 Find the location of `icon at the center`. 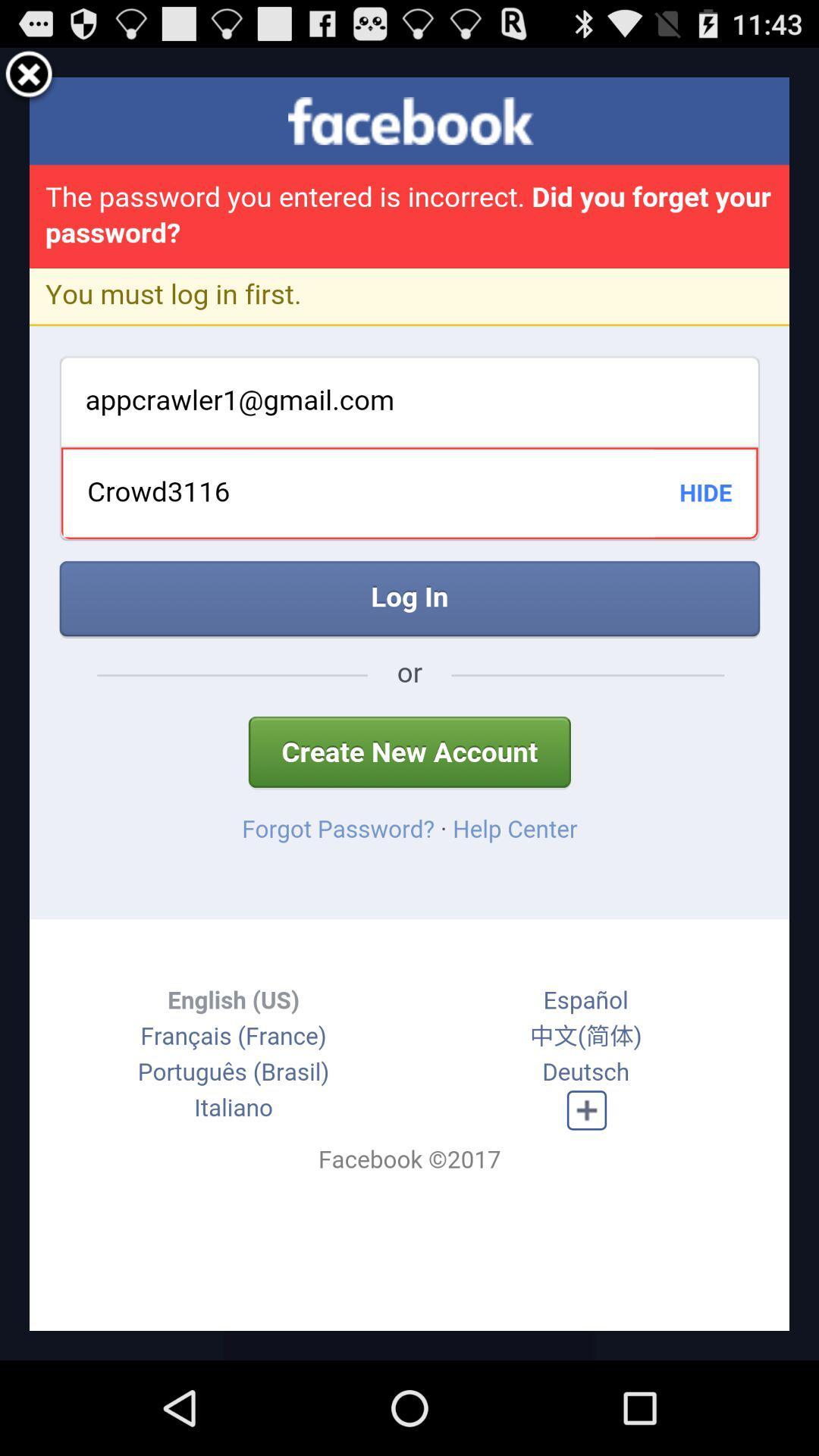

icon at the center is located at coordinates (409, 703).